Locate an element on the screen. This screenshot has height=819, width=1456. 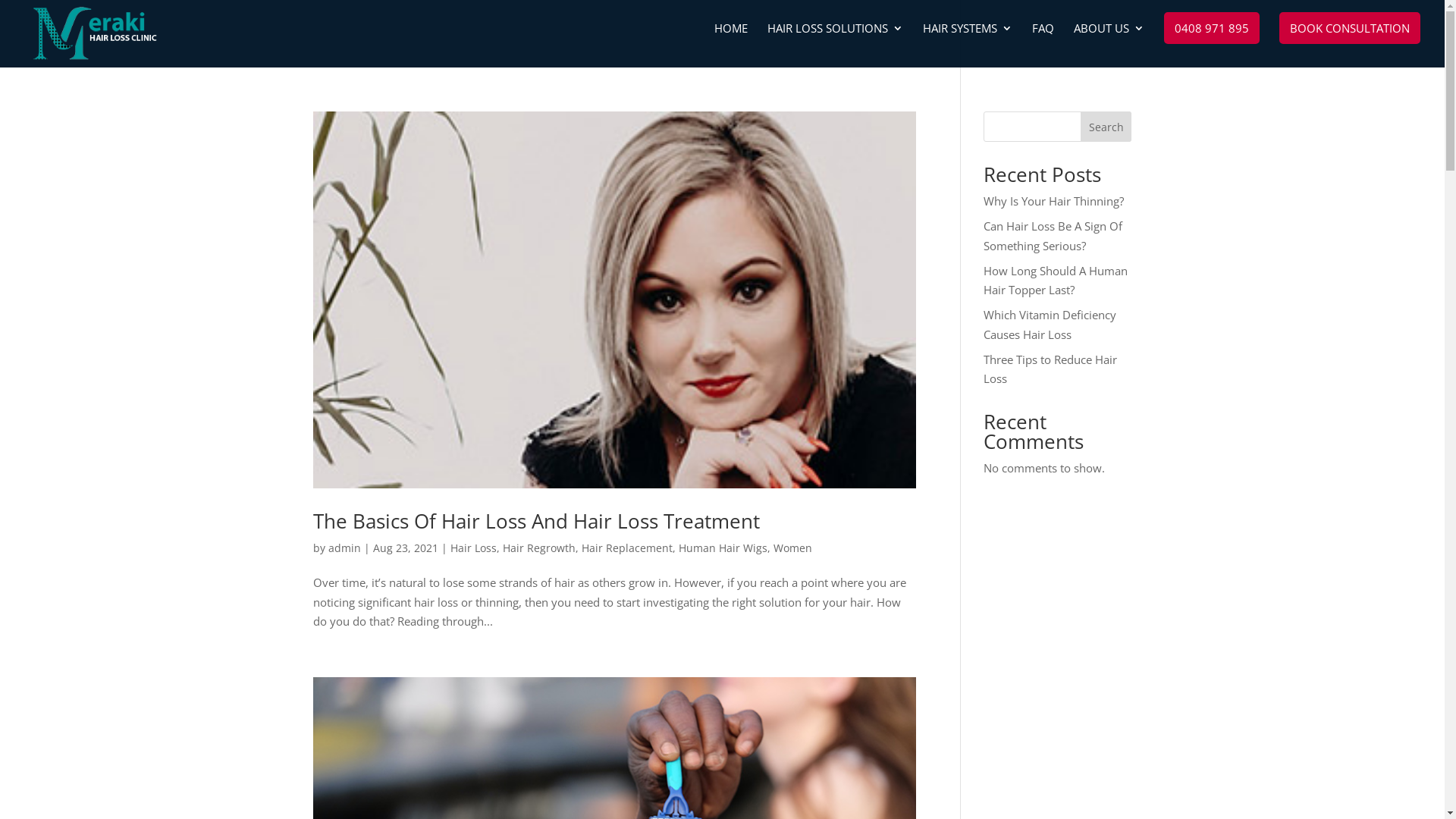
'BOOK CONSULTATION' is located at coordinates (1350, 28).